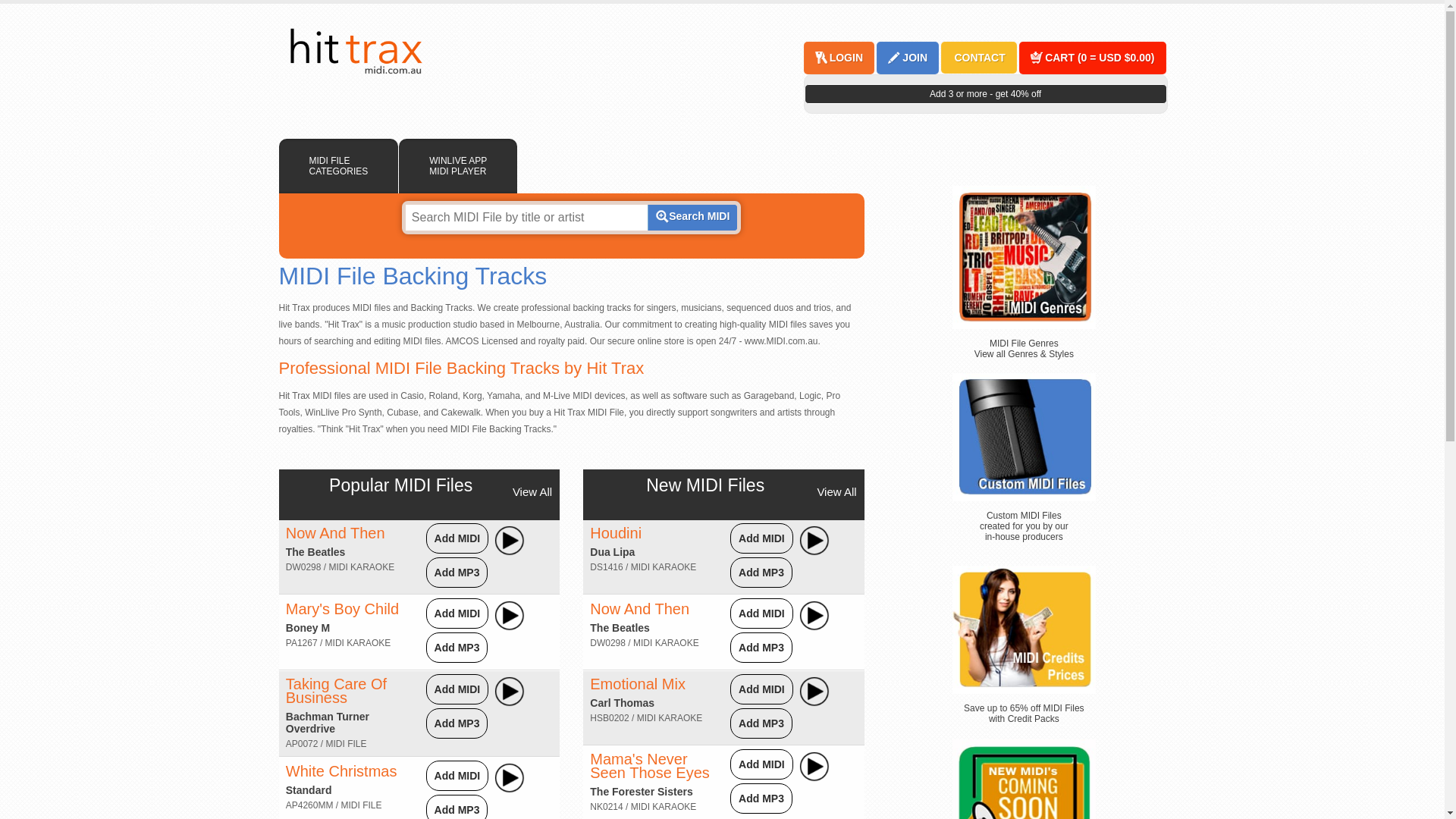 This screenshot has height=819, width=1456. What do you see at coordinates (637, 684) in the screenshot?
I see `'Emotional Mix'` at bounding box center [637, 684].